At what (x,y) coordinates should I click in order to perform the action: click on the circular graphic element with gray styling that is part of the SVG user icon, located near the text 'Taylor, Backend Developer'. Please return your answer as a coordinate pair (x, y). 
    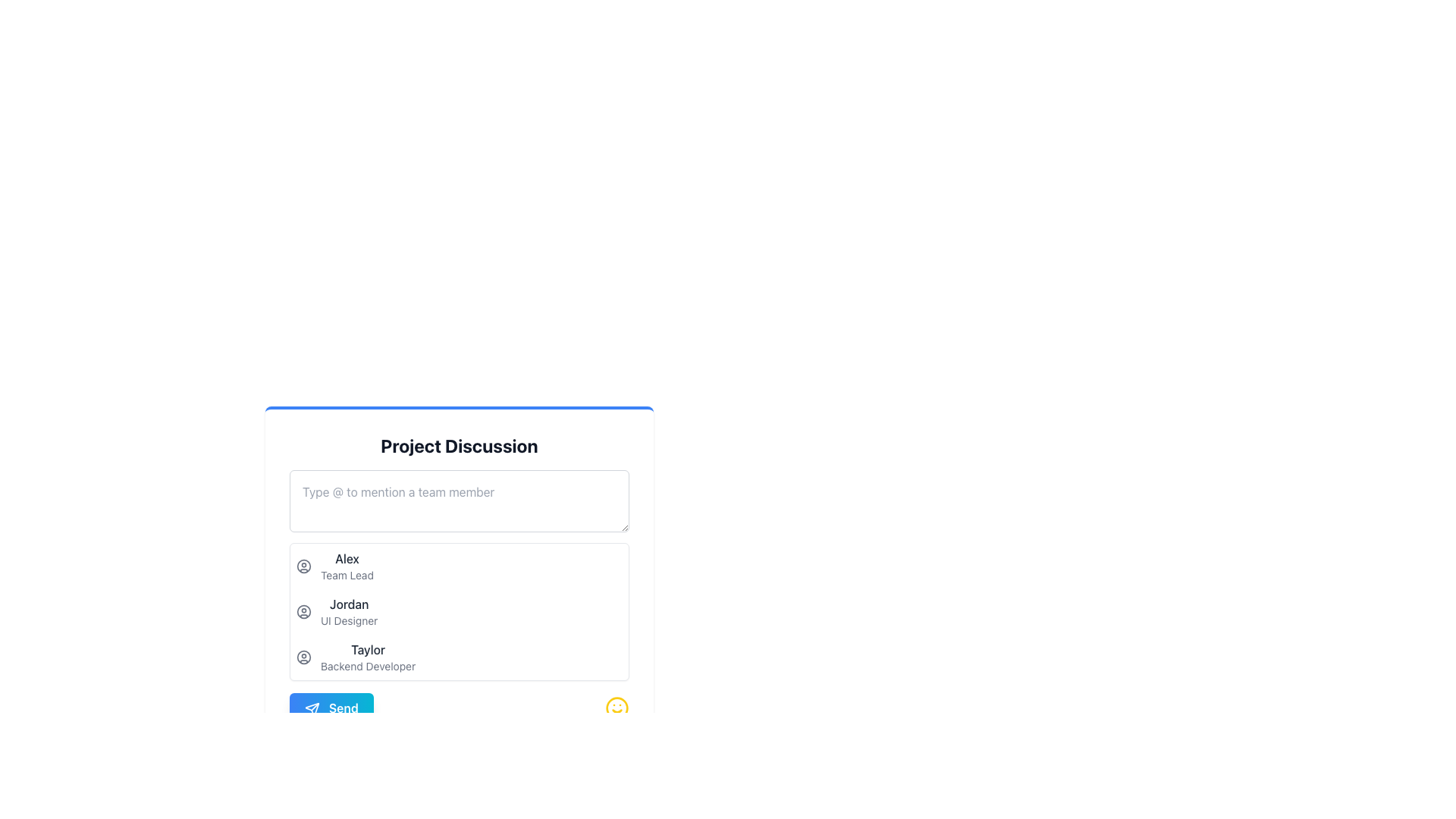
    Looking at the image, I should click on (303, 657).